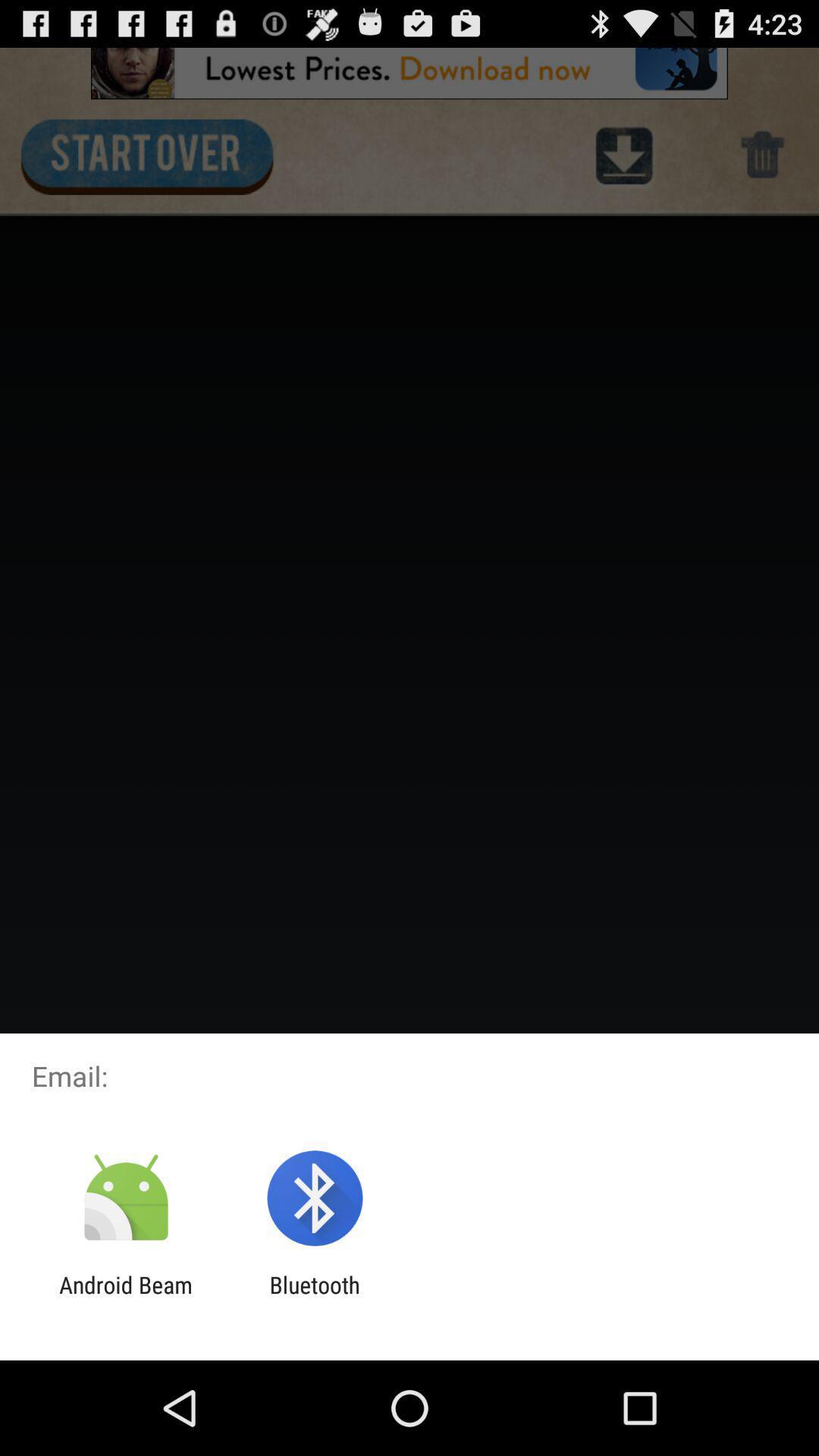 This screenshot has height=1456, width=819. Describe the element at coordinates (314, 1298) in the screenshot. I see `bluetooth app` at that location.